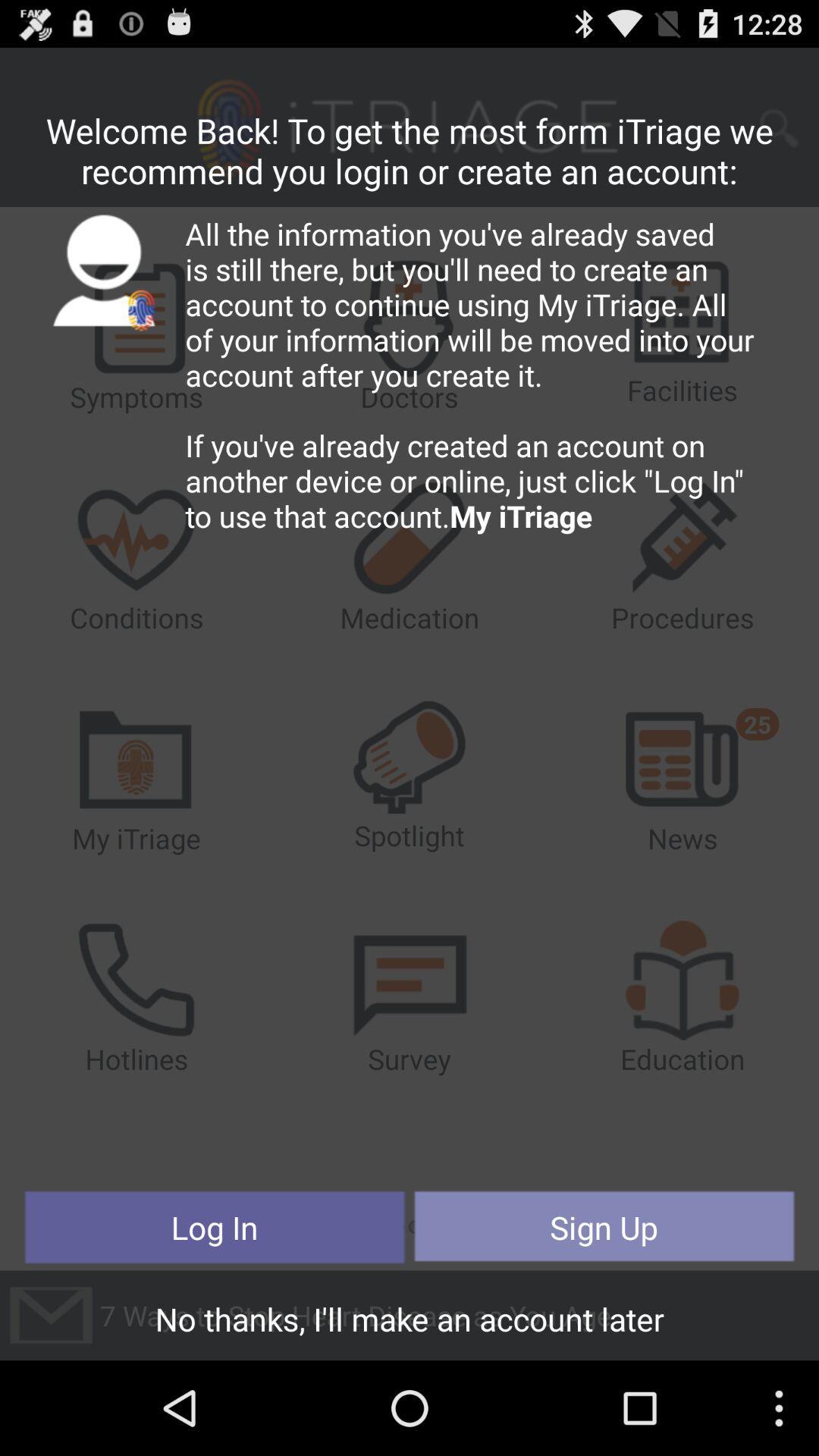  I want to click on icon at the bottom right corner, so click(603, 1227).